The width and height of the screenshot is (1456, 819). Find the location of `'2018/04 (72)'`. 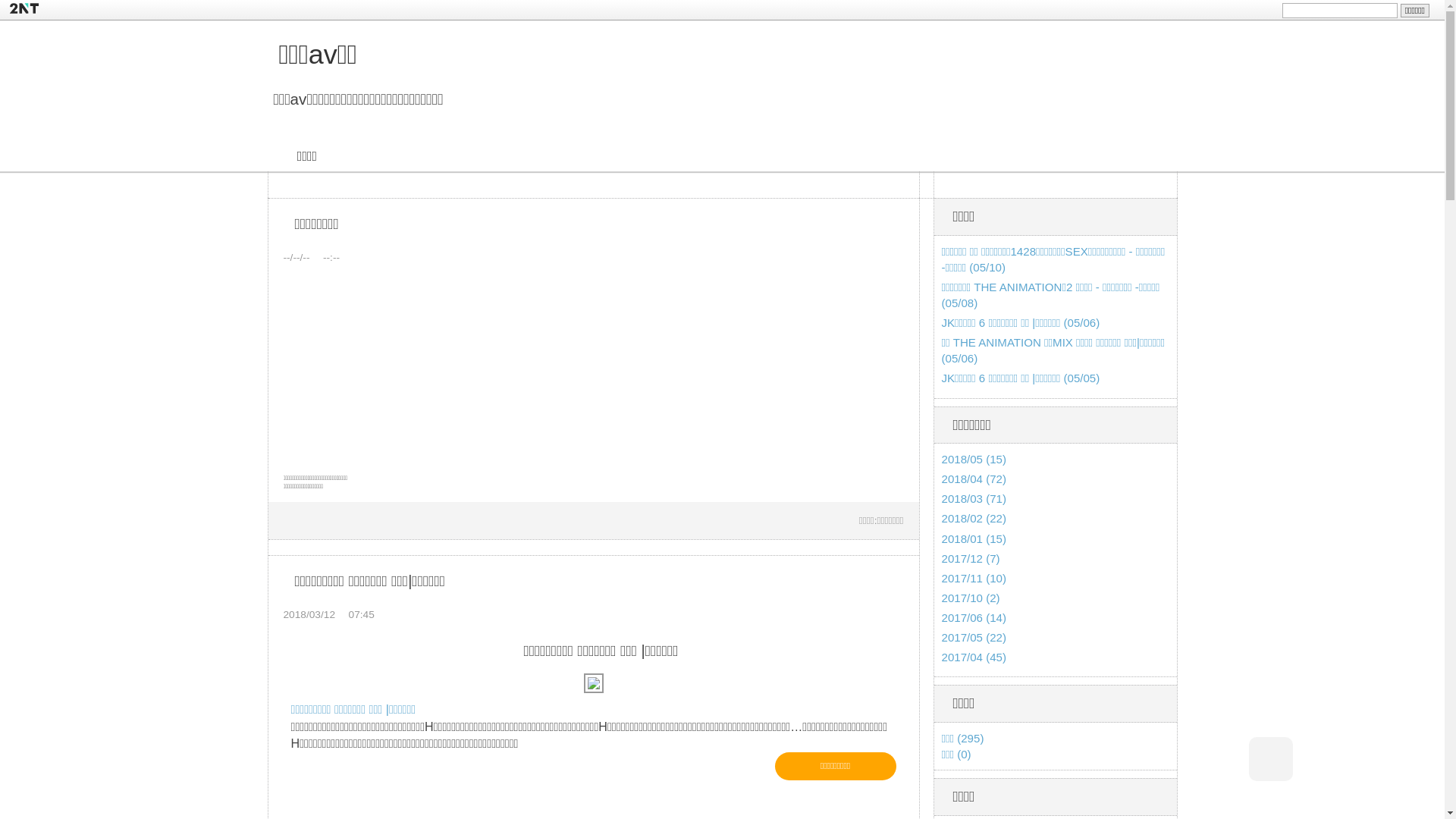

'2018/04 (72)' is located at coordinates (941, 479).